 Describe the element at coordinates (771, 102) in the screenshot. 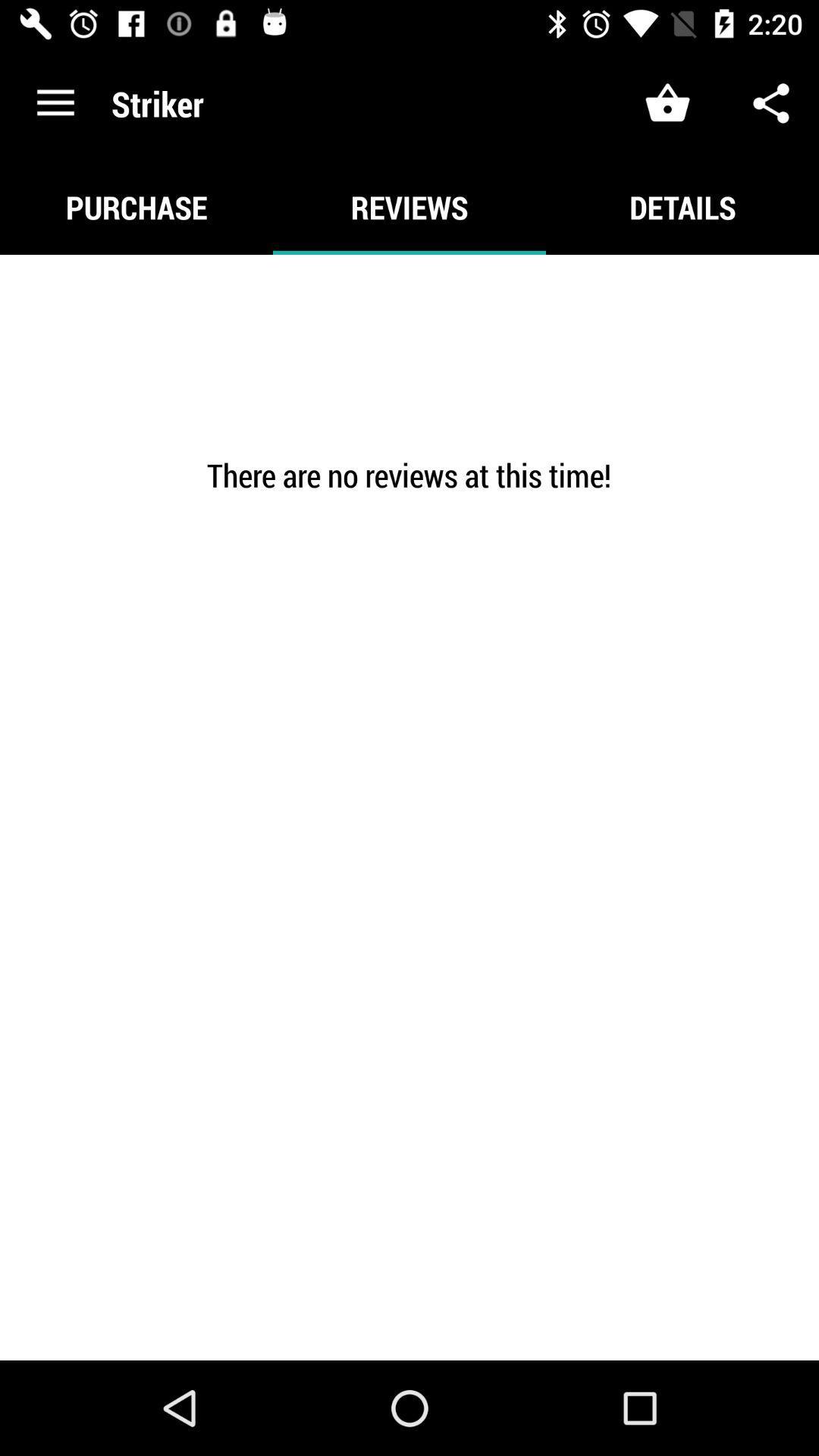

I see `icon above details item` at that location.